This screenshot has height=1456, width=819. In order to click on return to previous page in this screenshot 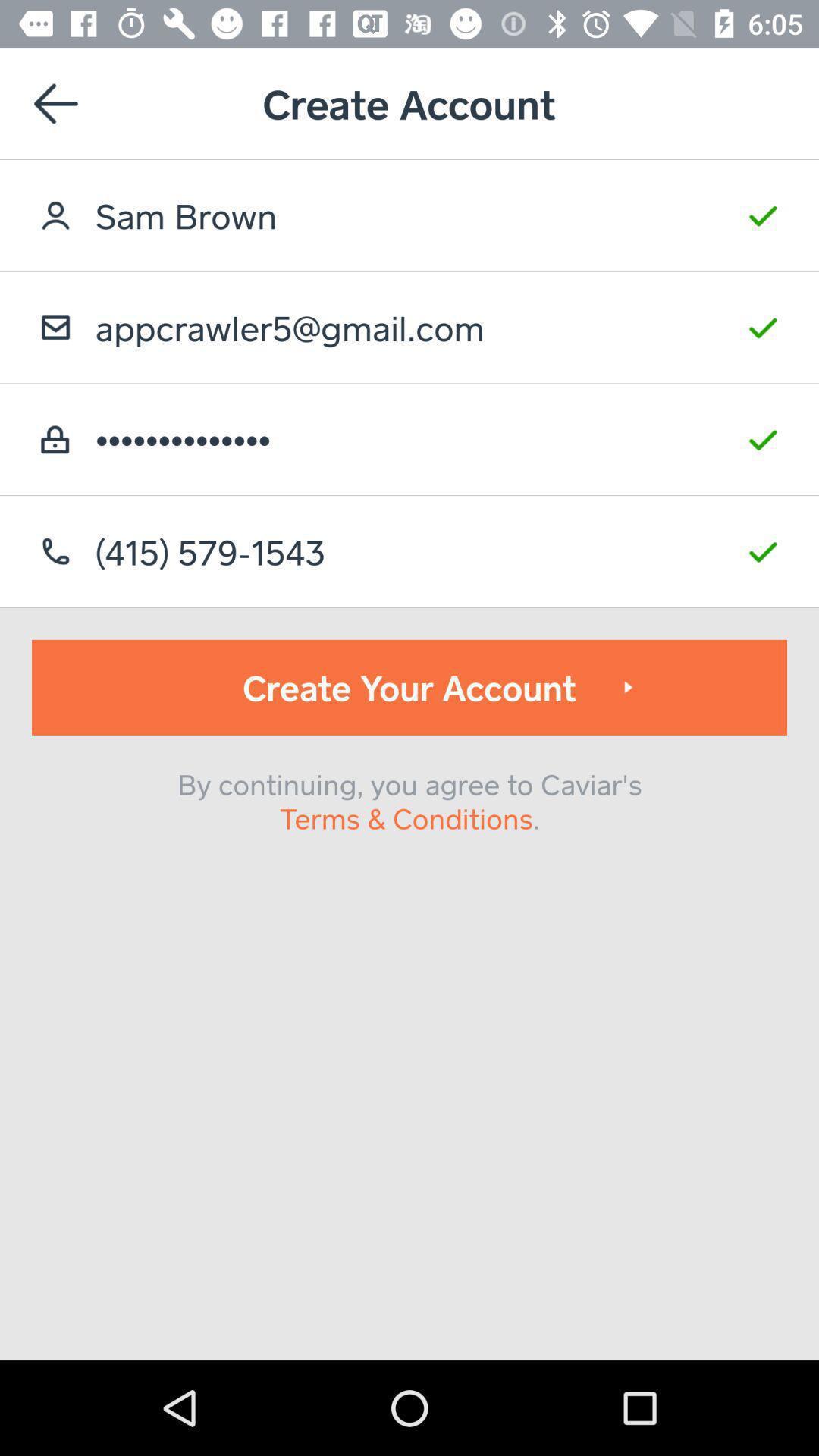, I will do `click(55, 102)`.